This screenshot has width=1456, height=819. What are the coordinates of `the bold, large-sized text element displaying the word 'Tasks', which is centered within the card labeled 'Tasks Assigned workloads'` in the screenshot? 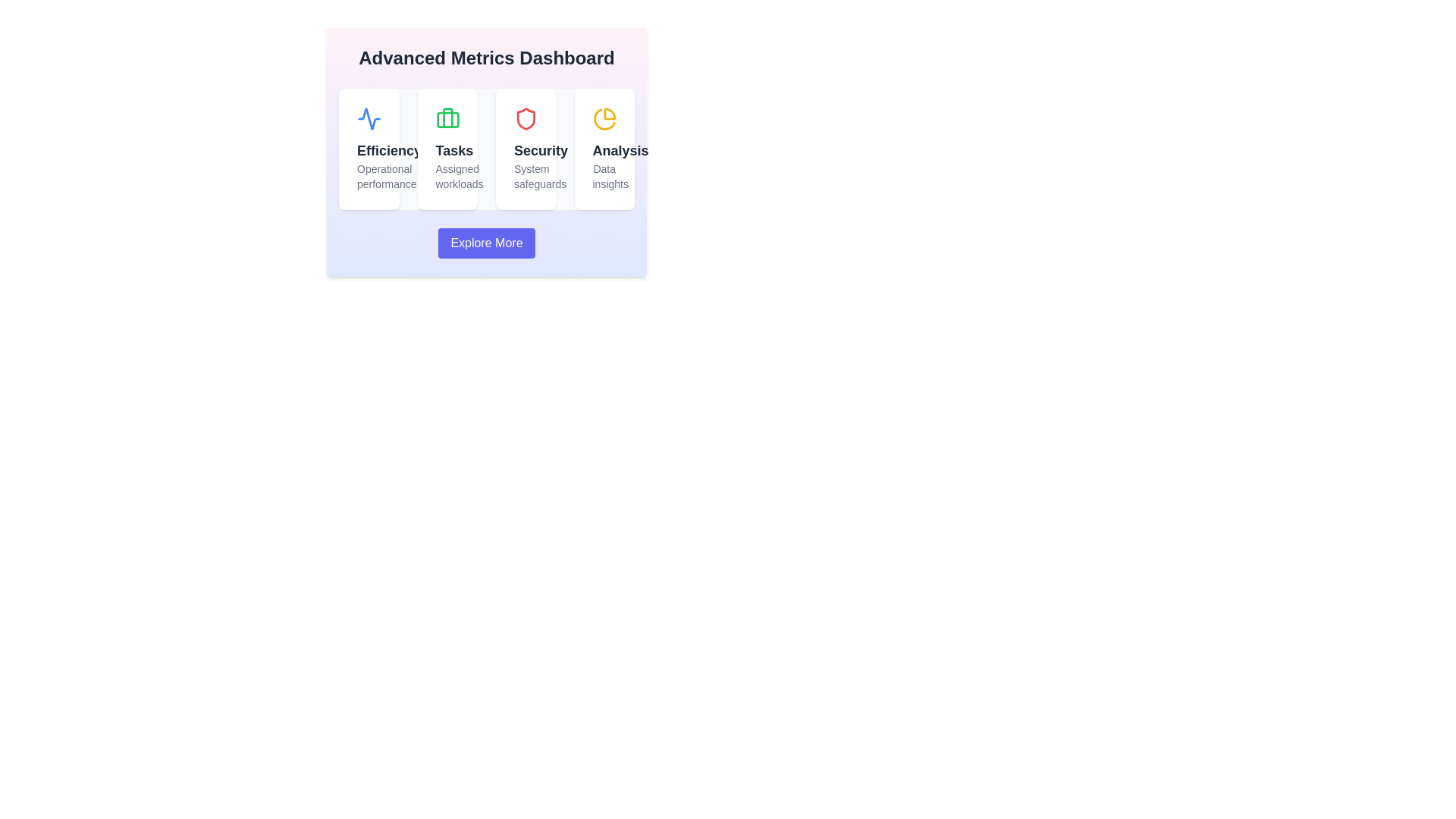 It's located at (447, 151).